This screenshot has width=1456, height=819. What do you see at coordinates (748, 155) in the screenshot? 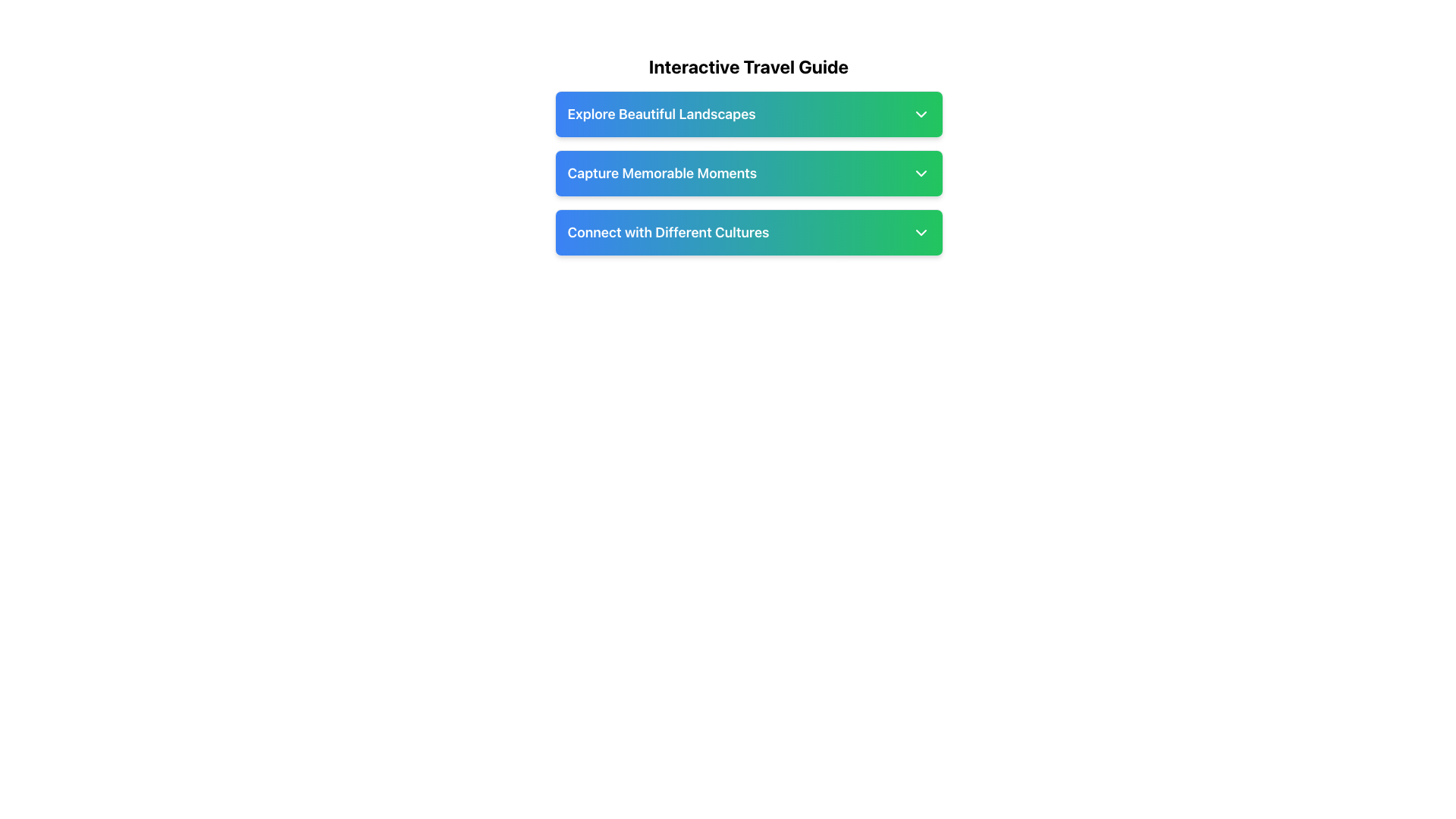
I see `the collapsible header titled 'Capture Memorable Moments'` at bounding box center [748, 155].